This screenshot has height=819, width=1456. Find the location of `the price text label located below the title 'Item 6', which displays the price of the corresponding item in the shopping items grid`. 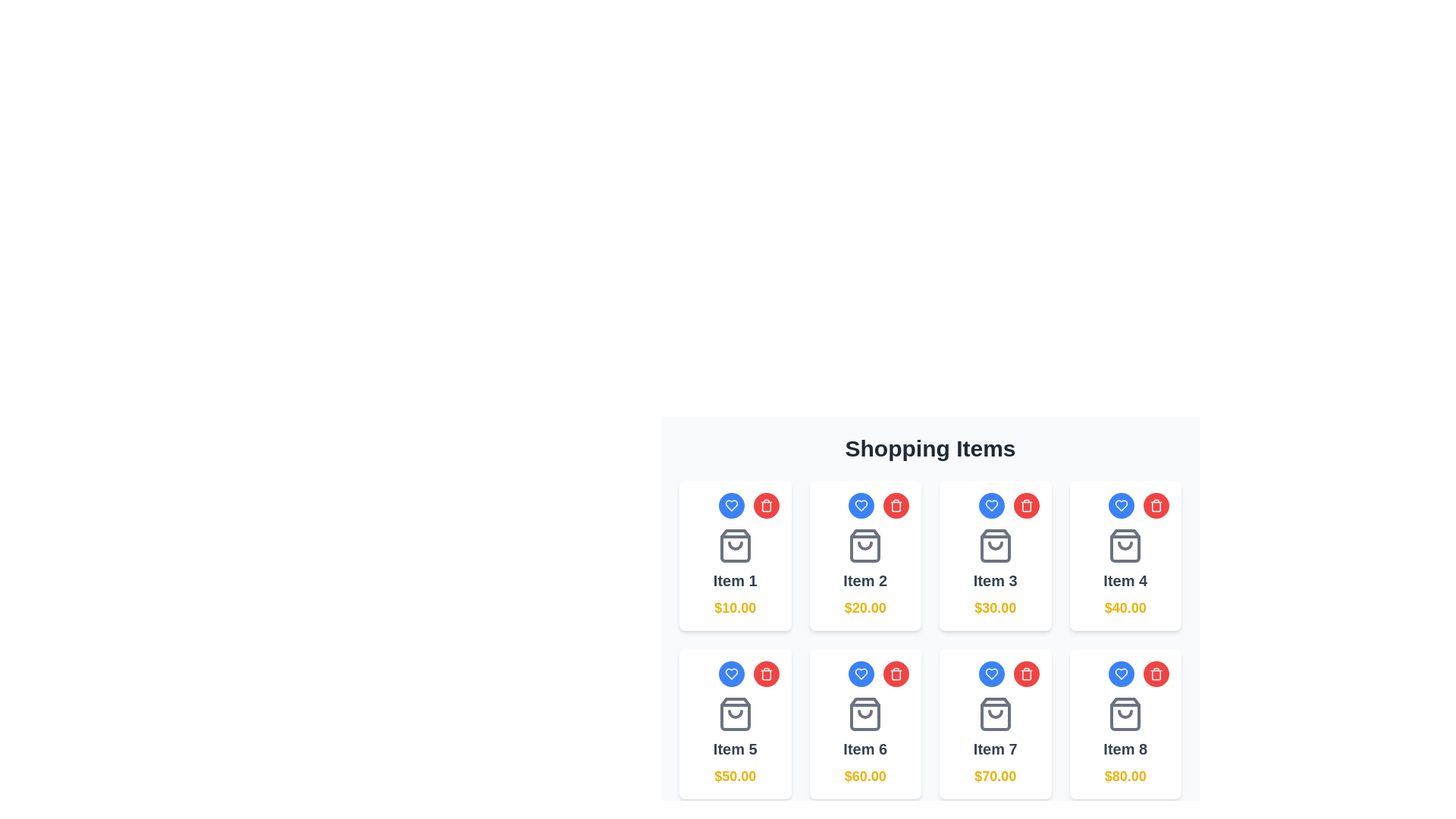

the price text label located below the title 'Item 6', which displays the price of the corresponding item in the shopping items grid is located at coordinates (865, 776).